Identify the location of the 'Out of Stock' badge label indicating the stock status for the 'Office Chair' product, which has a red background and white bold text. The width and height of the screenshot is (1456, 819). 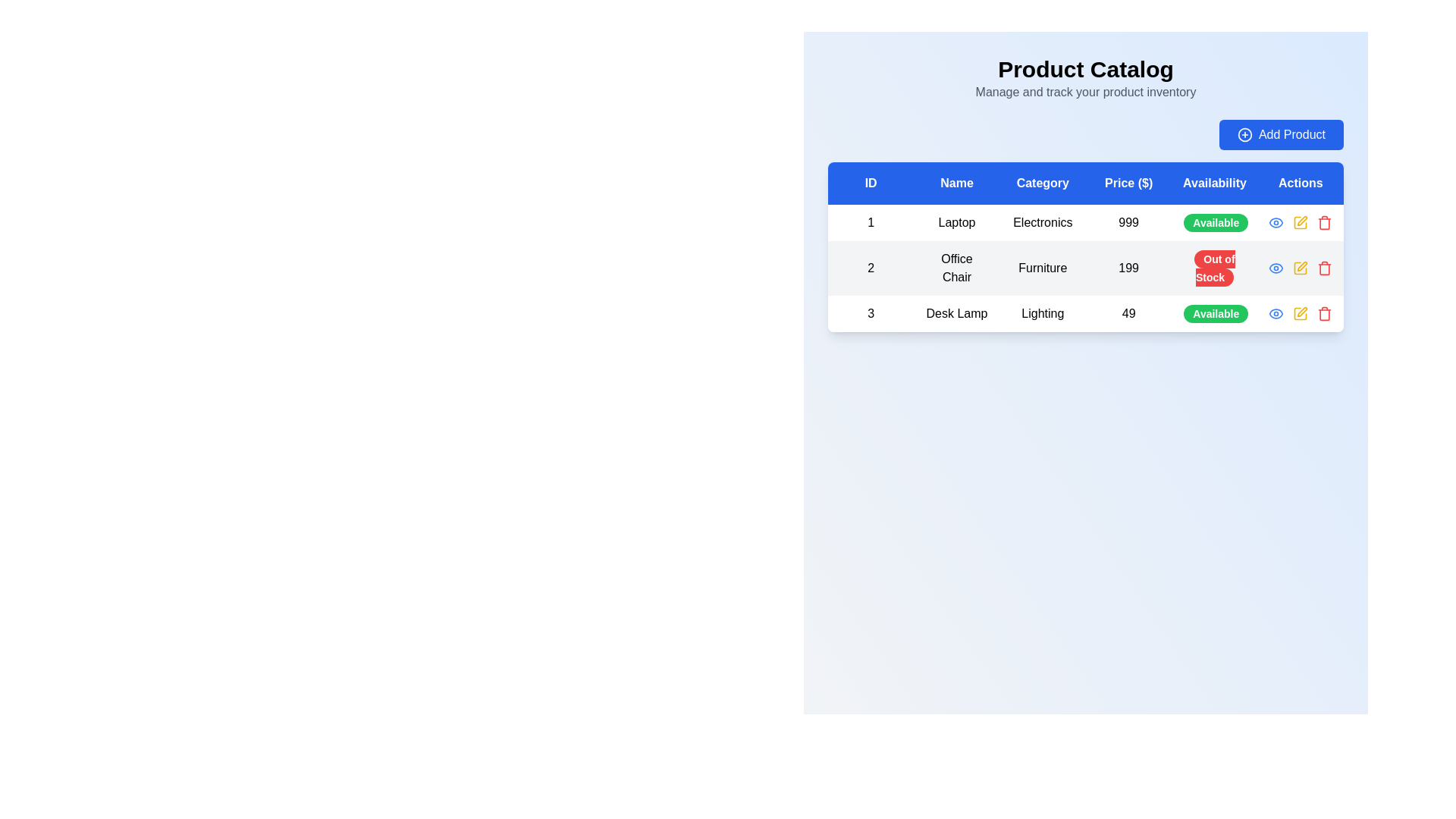
(1215, 268).